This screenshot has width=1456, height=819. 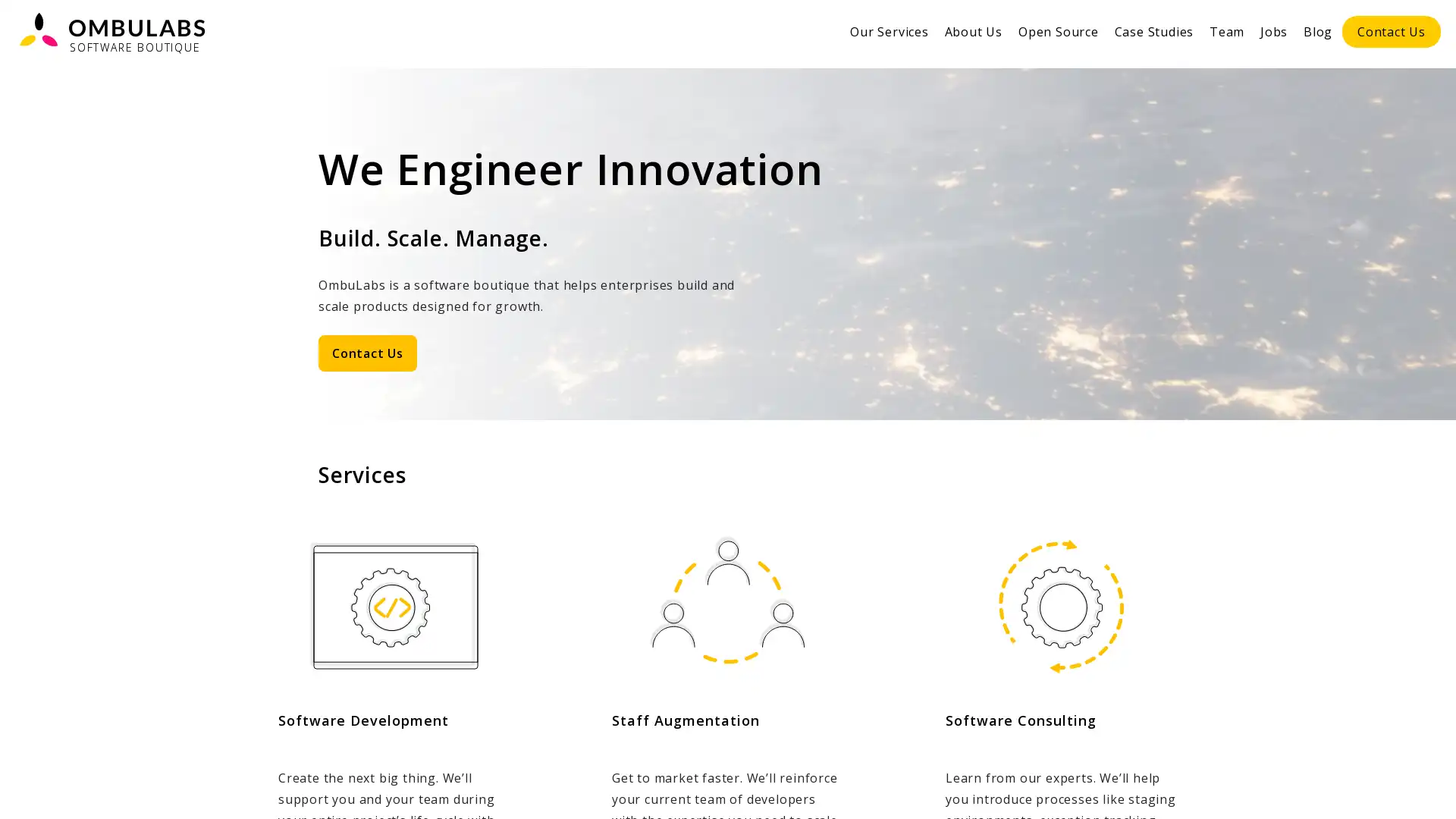 What do you see at coordinates (1390, 788) in the screenshot?
I see `Accept All` at bounding box center [1390, 788].